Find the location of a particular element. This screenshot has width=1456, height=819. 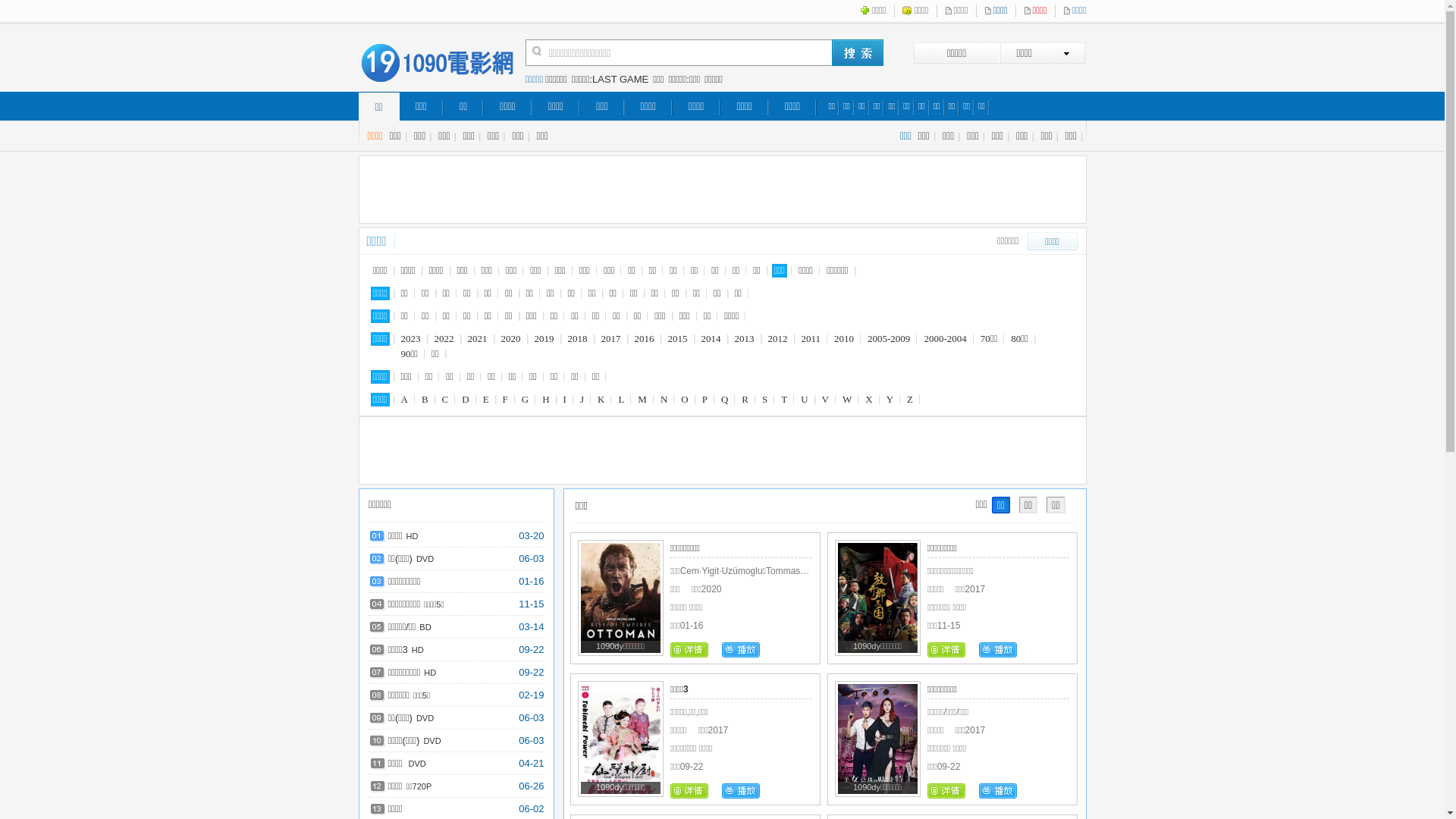

'N' is located at coordinates (664, 399).